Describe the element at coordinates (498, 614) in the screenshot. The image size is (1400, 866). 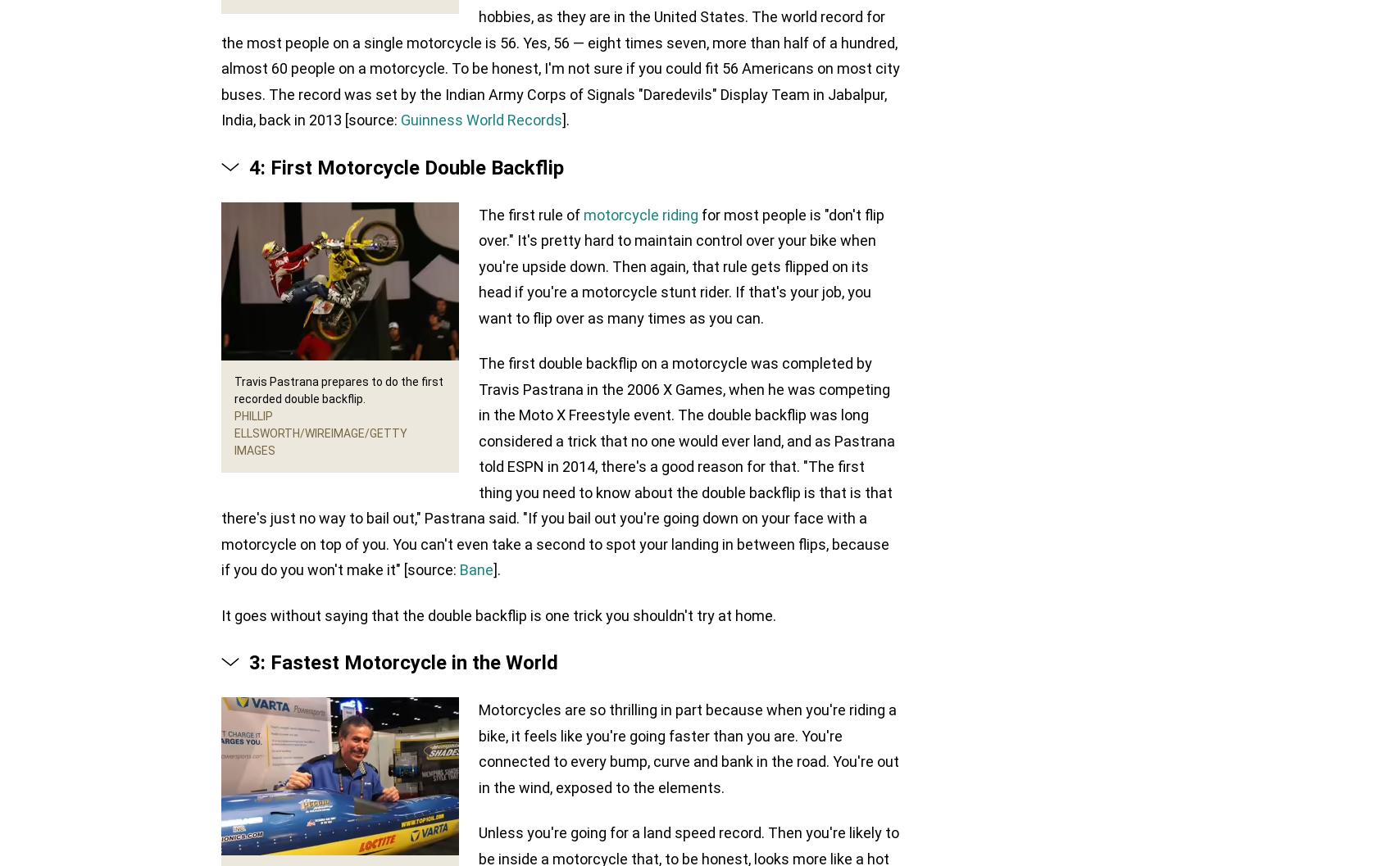
I see `'It goes without saying that the double backflip is one trick you shouldn't try at home.'` at that location.